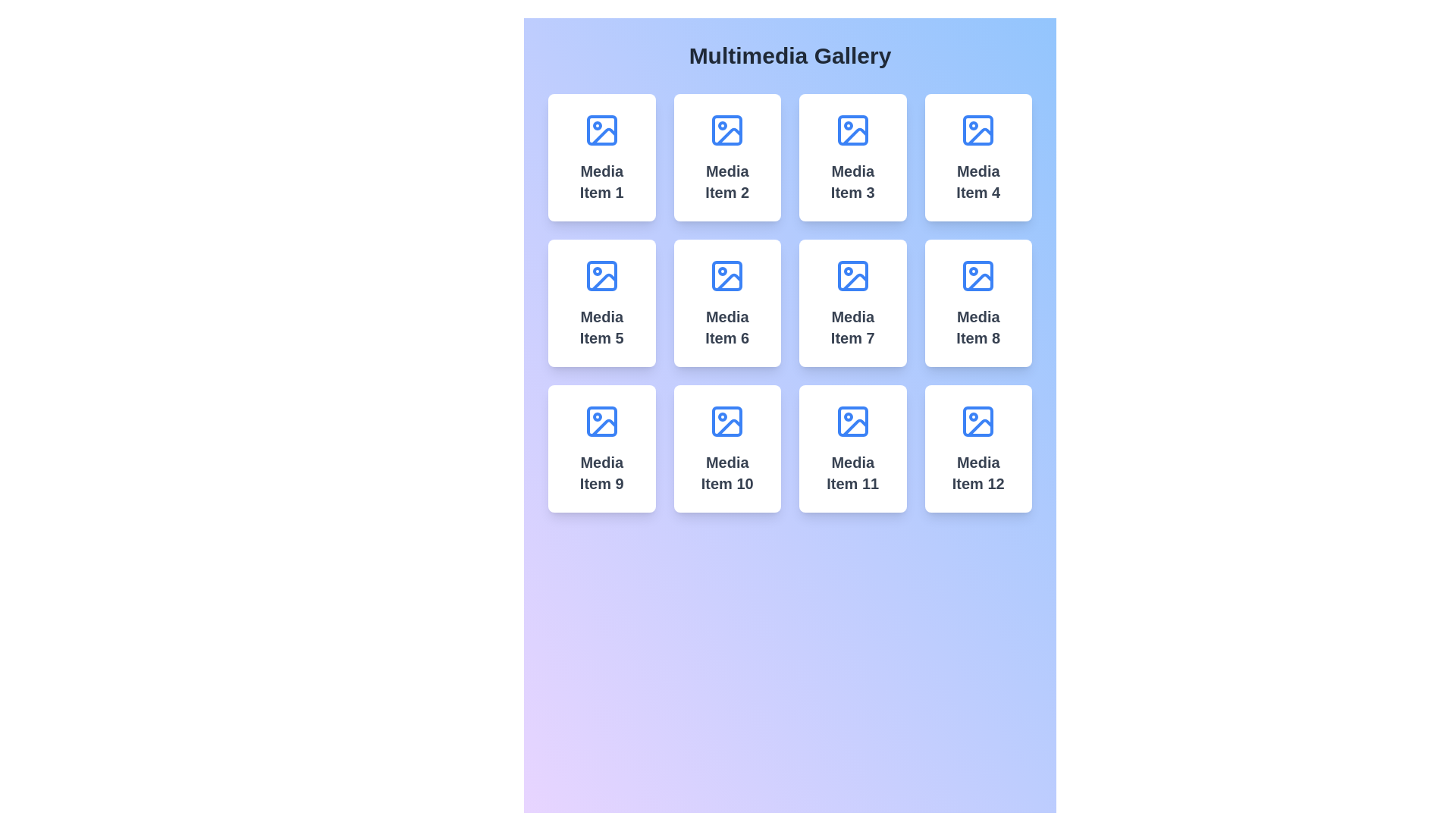  Describe the element at coordinates (601, 275) in the screenshot. I see `the media icon representing 'Media Item 5' located above its label in the fifth box of the multimedia grid` at that location.